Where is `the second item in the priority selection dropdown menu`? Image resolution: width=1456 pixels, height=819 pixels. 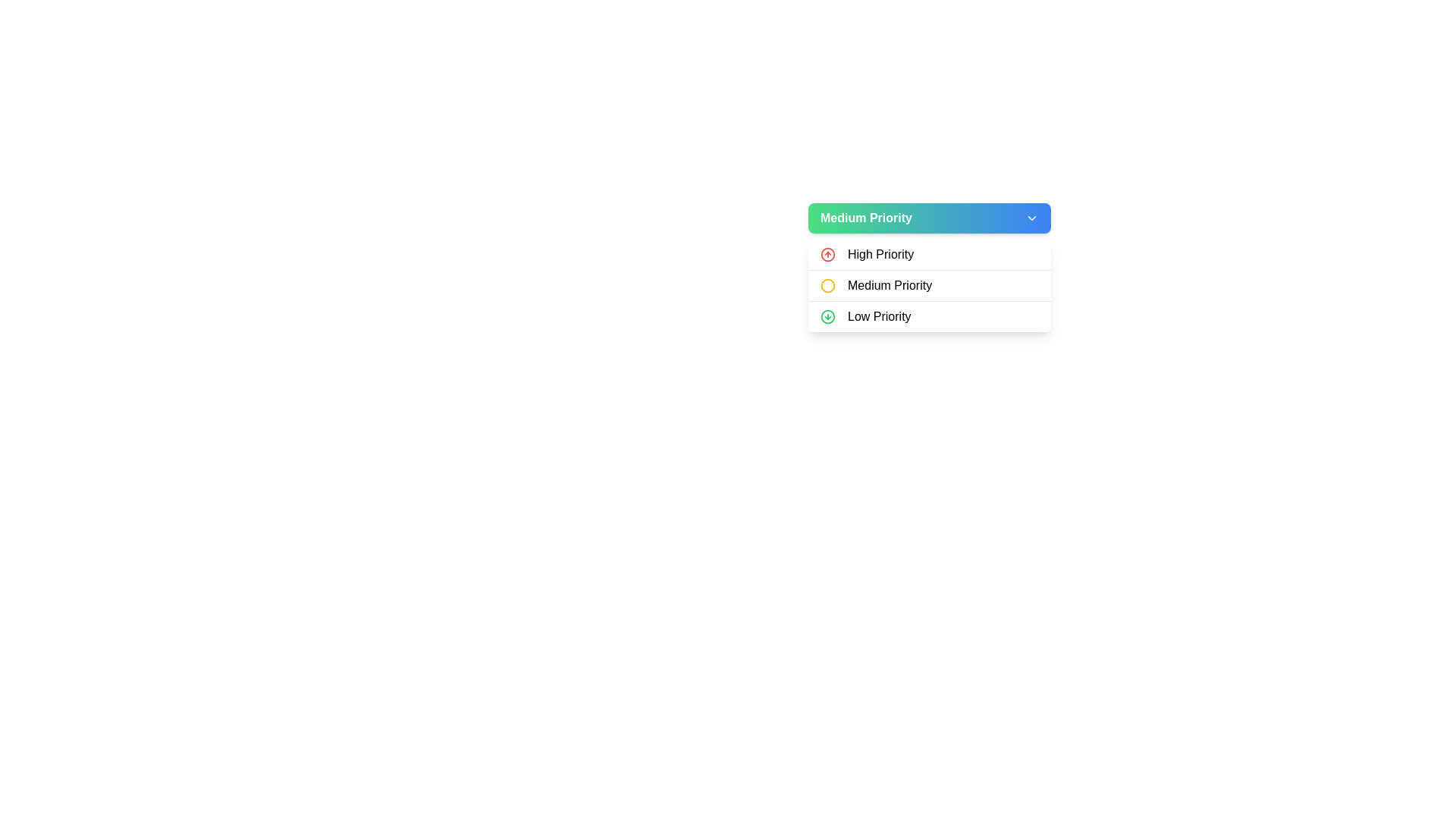 the second item in the priority selection dropdown menu is located at coordinates (928, 285).